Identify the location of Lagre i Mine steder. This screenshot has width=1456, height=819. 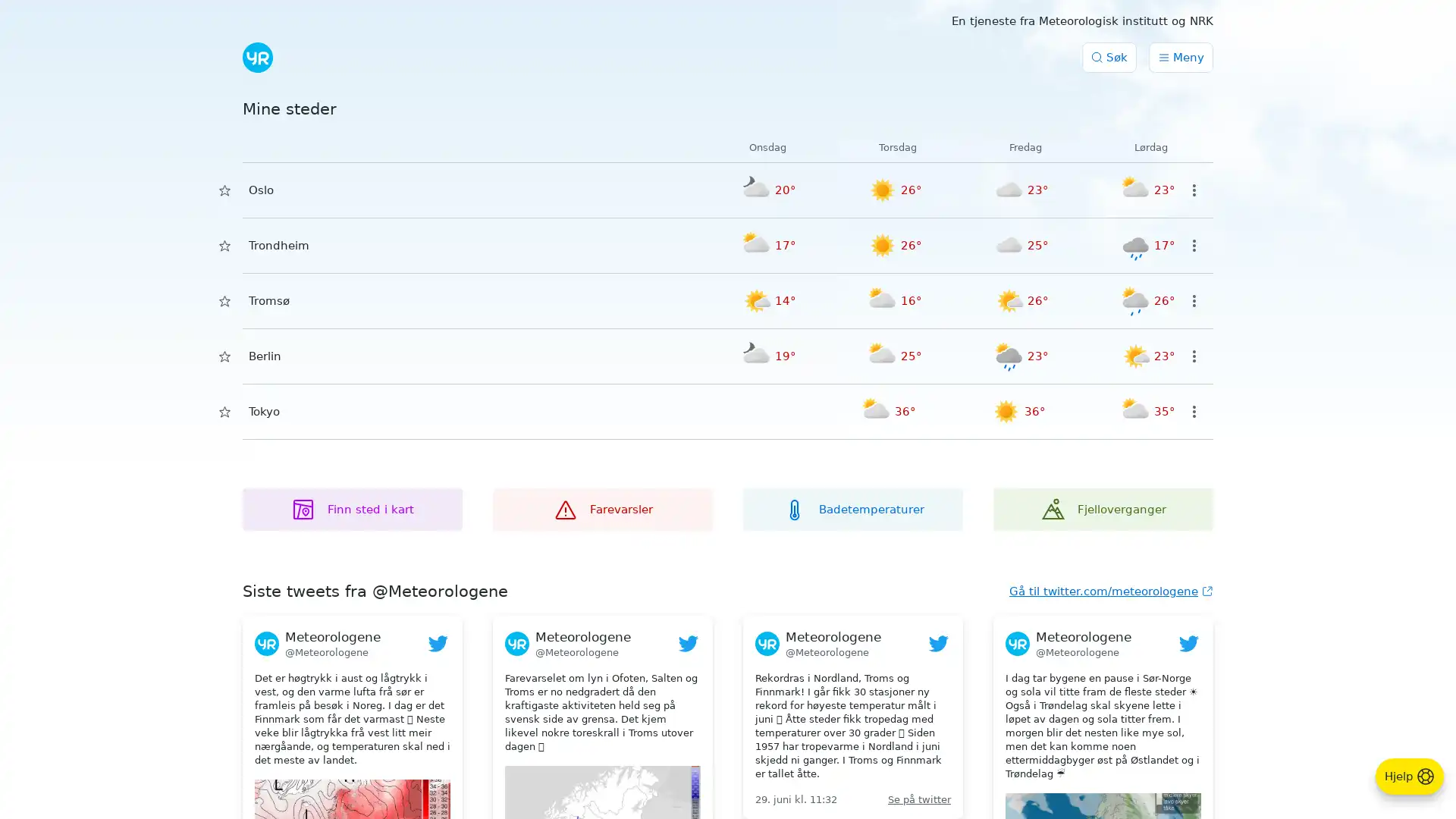
(224, 301).